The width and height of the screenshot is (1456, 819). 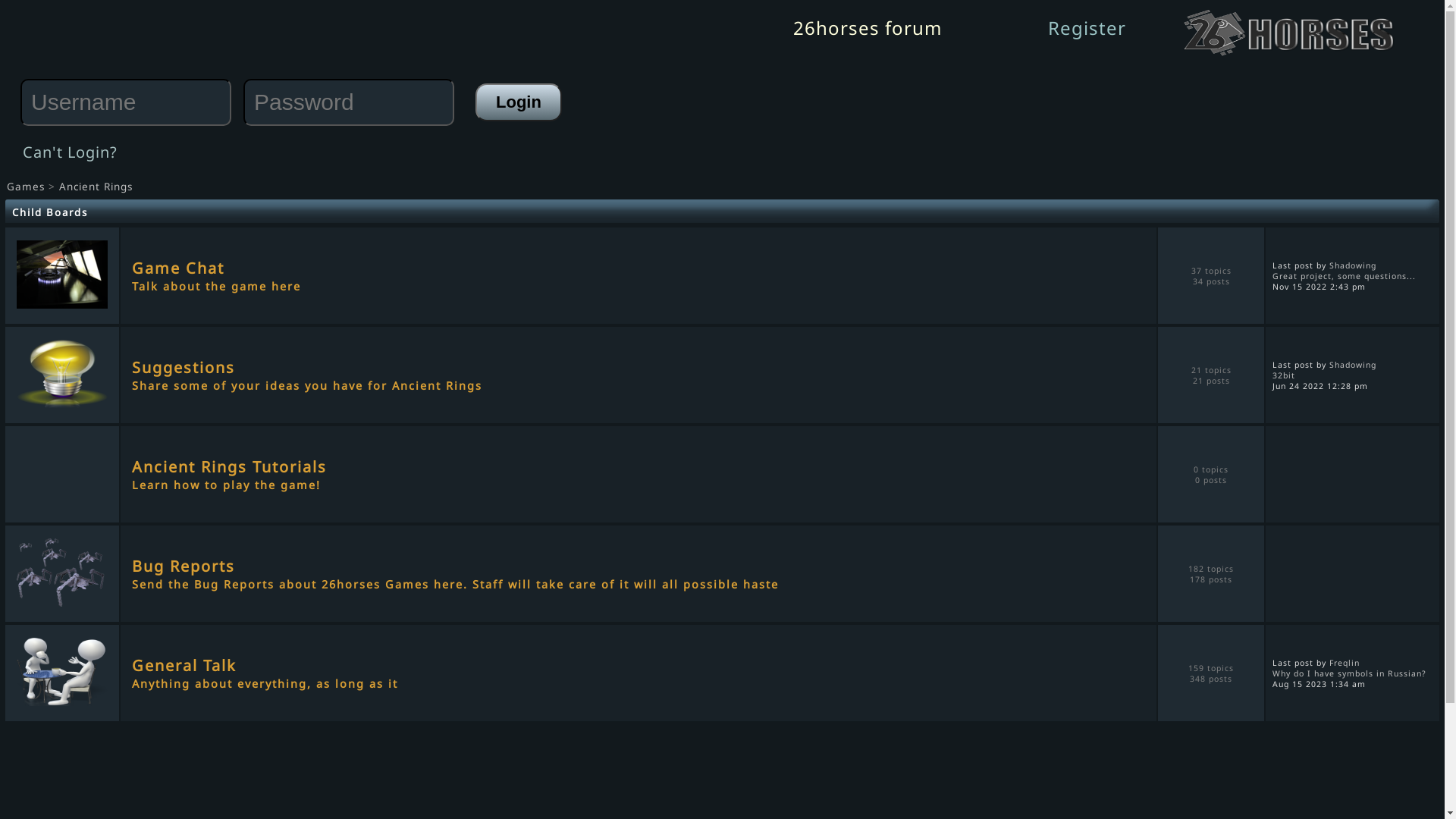 I want to click on '32bit', so click(x=1283, y=375).